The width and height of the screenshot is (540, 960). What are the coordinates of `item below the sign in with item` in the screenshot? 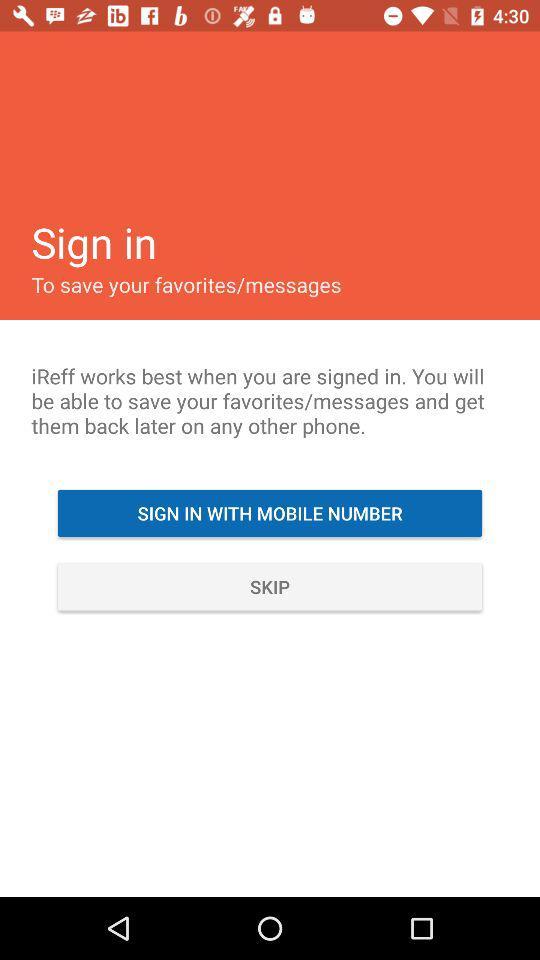 It's located at (270, 586).